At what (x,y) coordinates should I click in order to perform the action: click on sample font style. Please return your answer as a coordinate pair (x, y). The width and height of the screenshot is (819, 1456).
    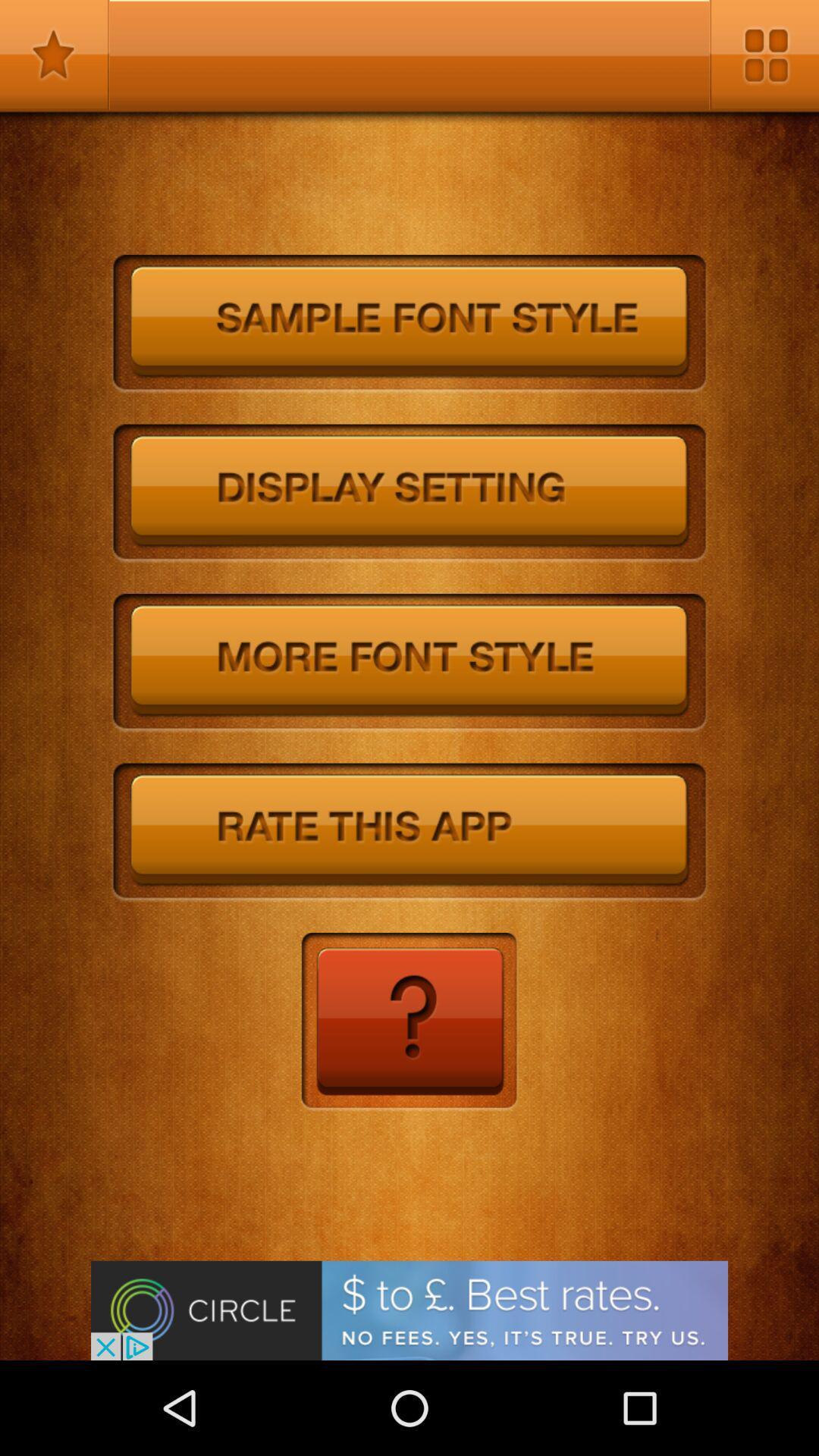
    Looking at the image, I should click on (409, 323).